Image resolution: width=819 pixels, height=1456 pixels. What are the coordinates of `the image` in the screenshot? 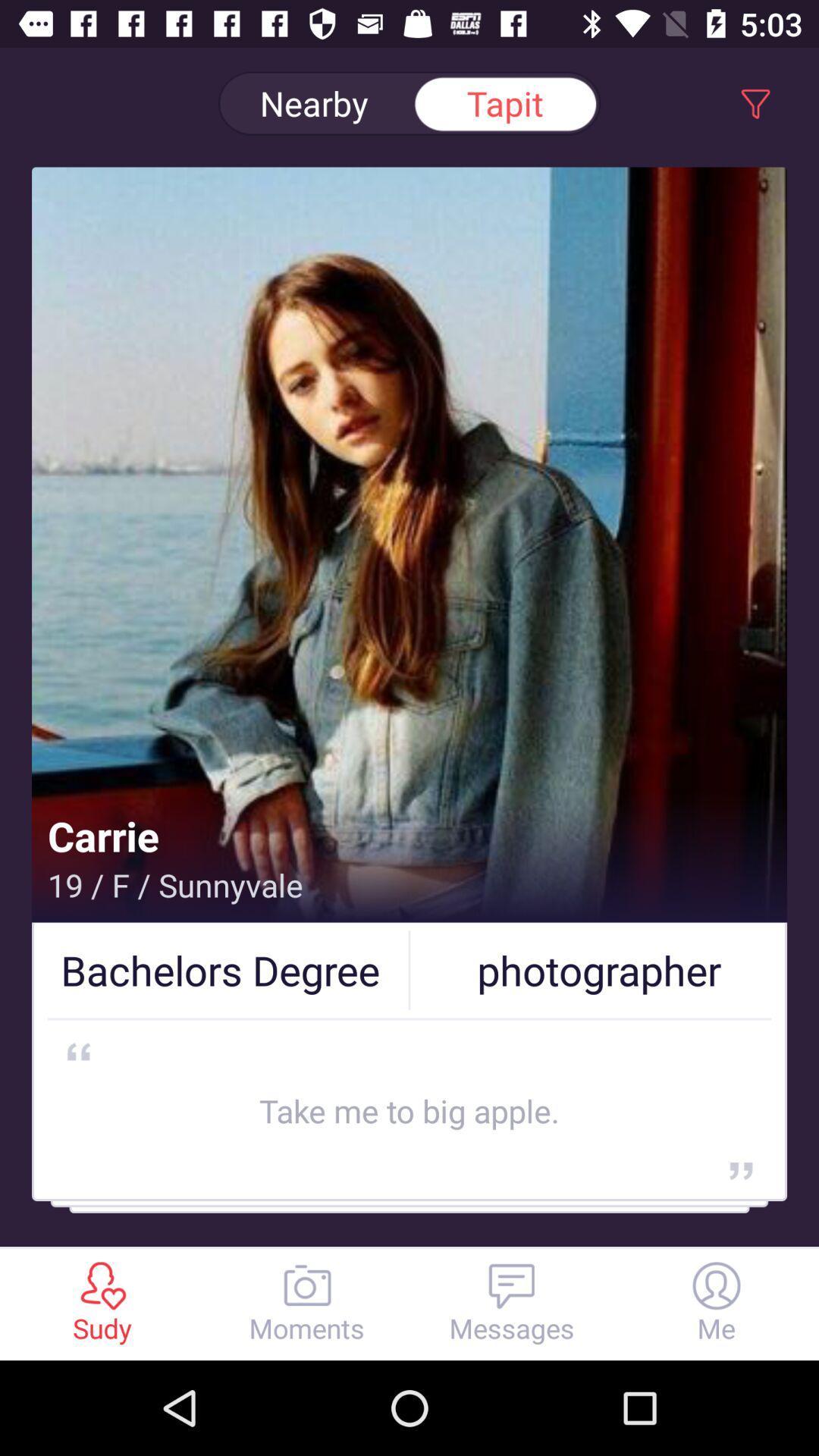 It's located at (409, 582).